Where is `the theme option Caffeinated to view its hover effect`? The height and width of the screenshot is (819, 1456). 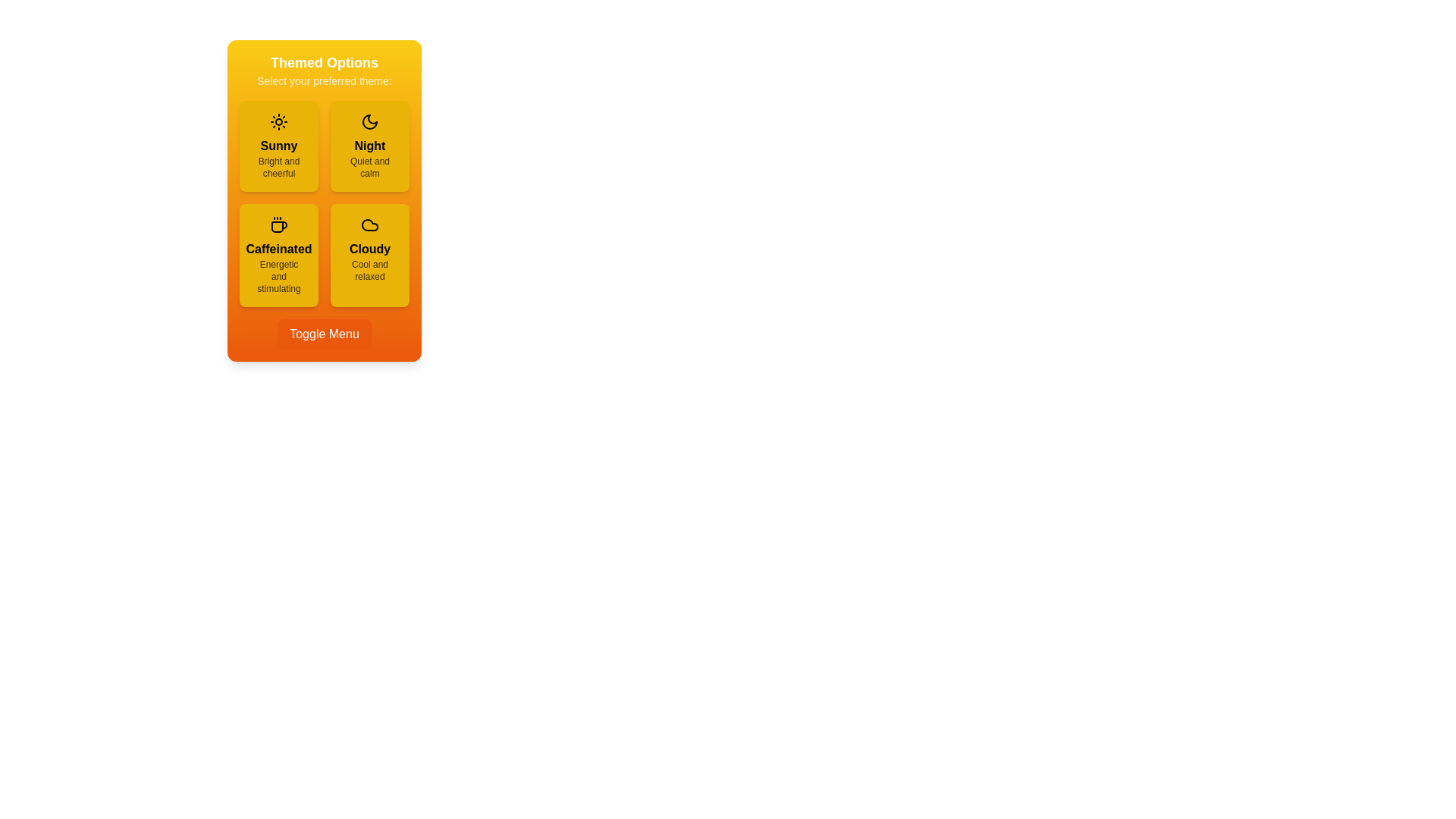
the theme option Caffeinated to view its hover effect is located at coordinates (279, 254).